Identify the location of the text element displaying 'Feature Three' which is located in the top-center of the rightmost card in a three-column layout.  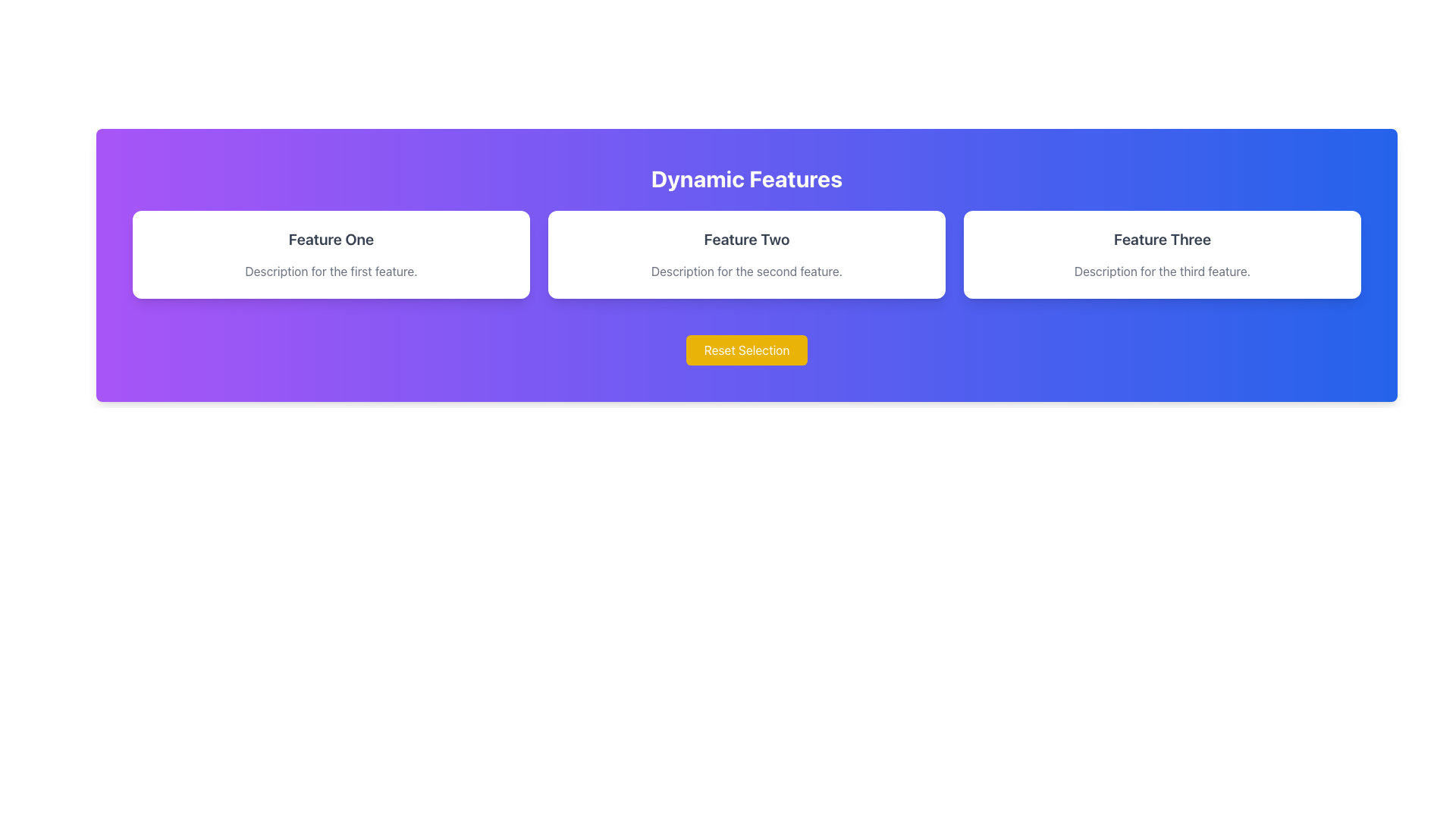
(1161, 239).